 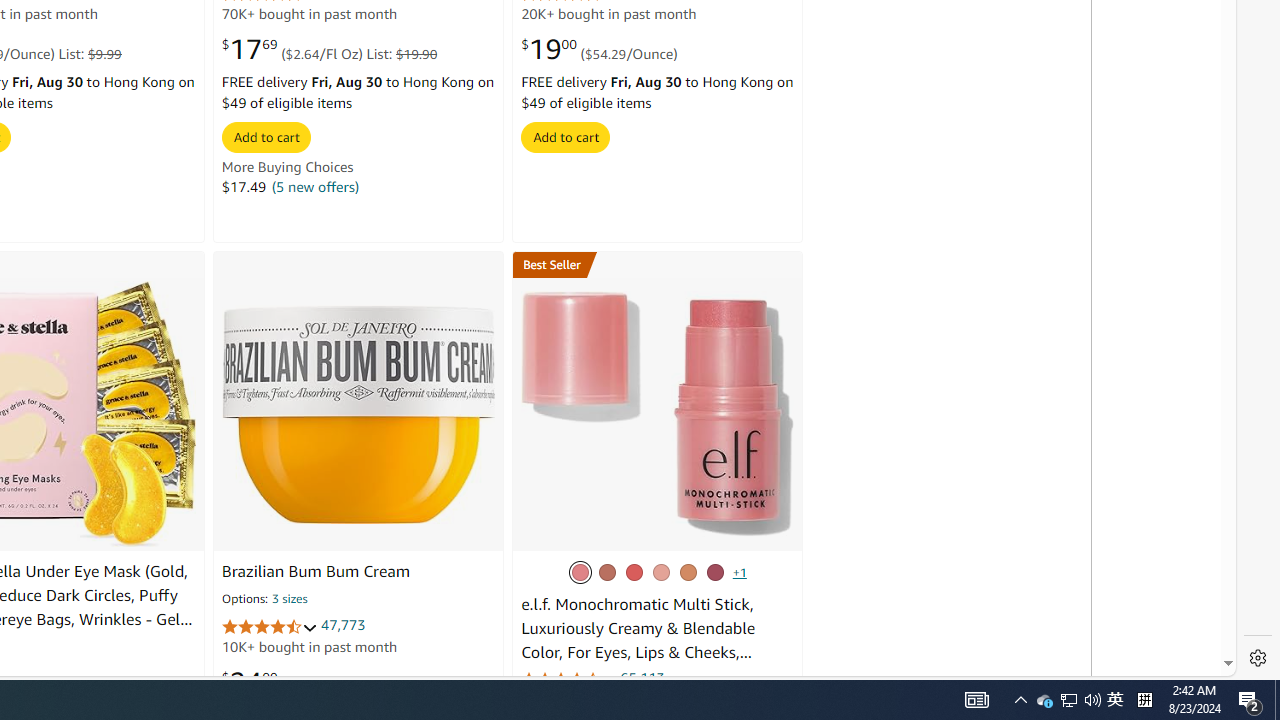 I want to click on '47,773', so click(x=343, y=623).